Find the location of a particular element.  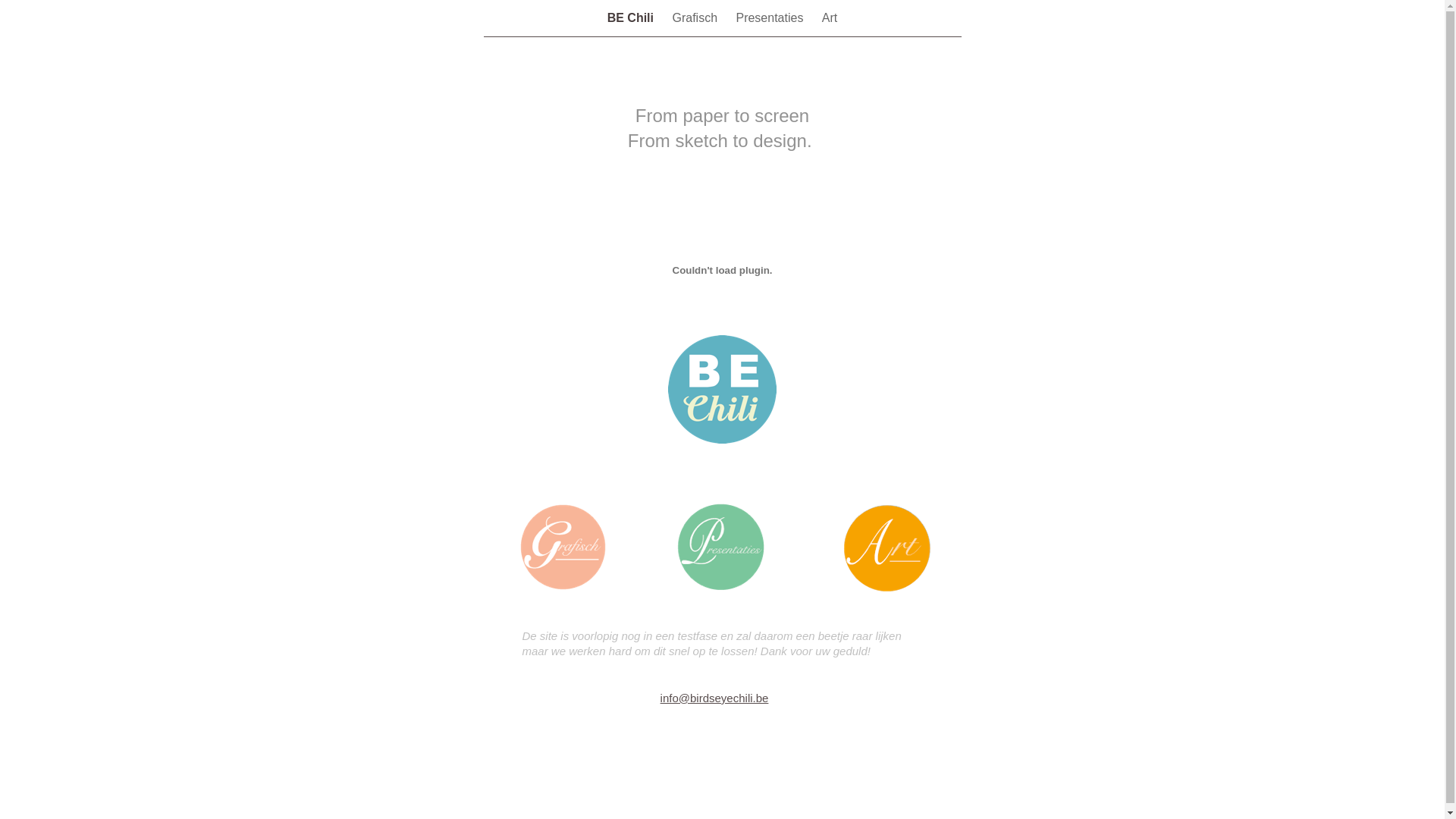

'Grafisch' is located at coordinates (695, 17).